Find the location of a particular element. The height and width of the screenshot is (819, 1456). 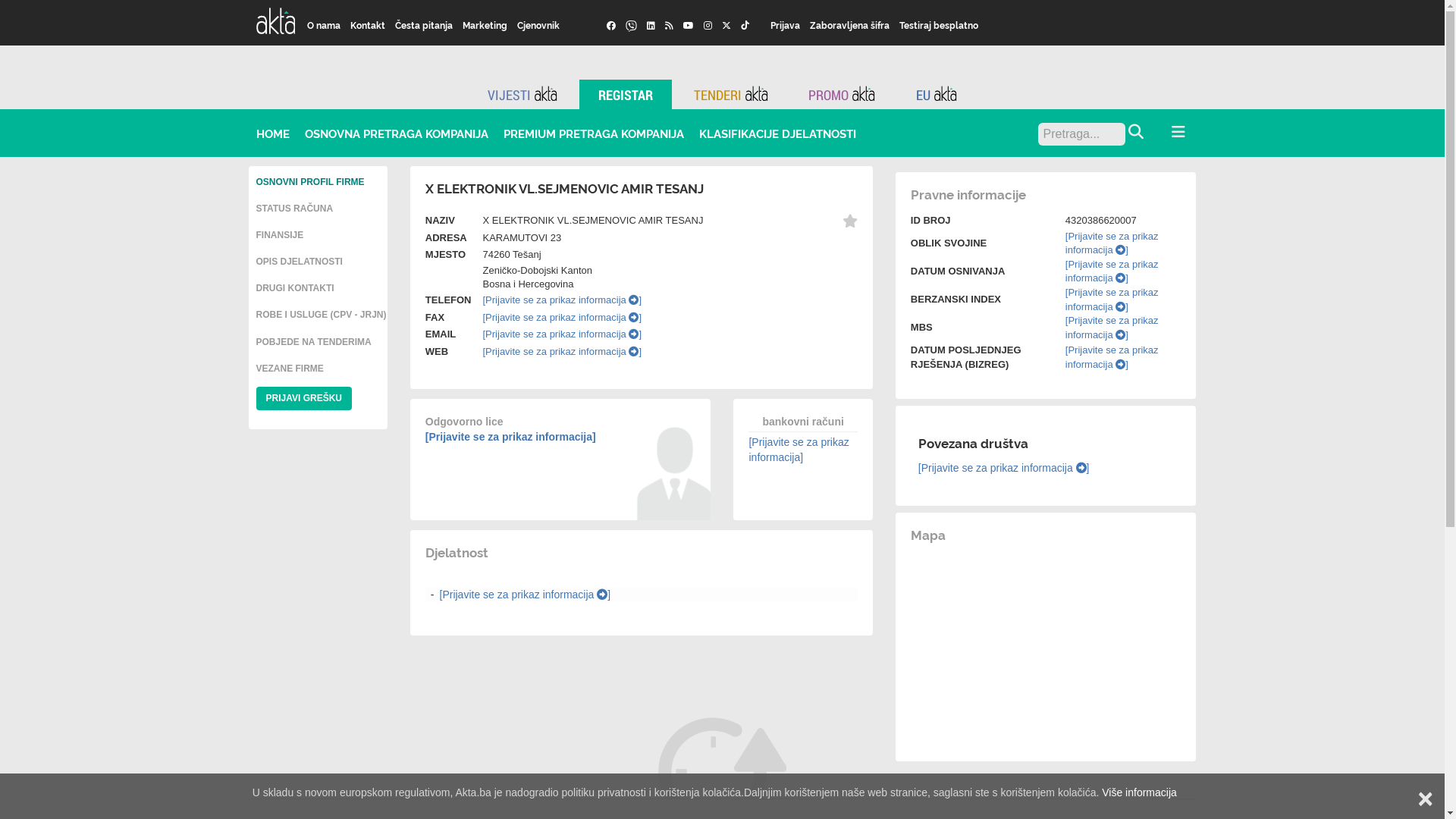

'POBJEDE NA TENDERIMA' is located at coordinates (312, 342).